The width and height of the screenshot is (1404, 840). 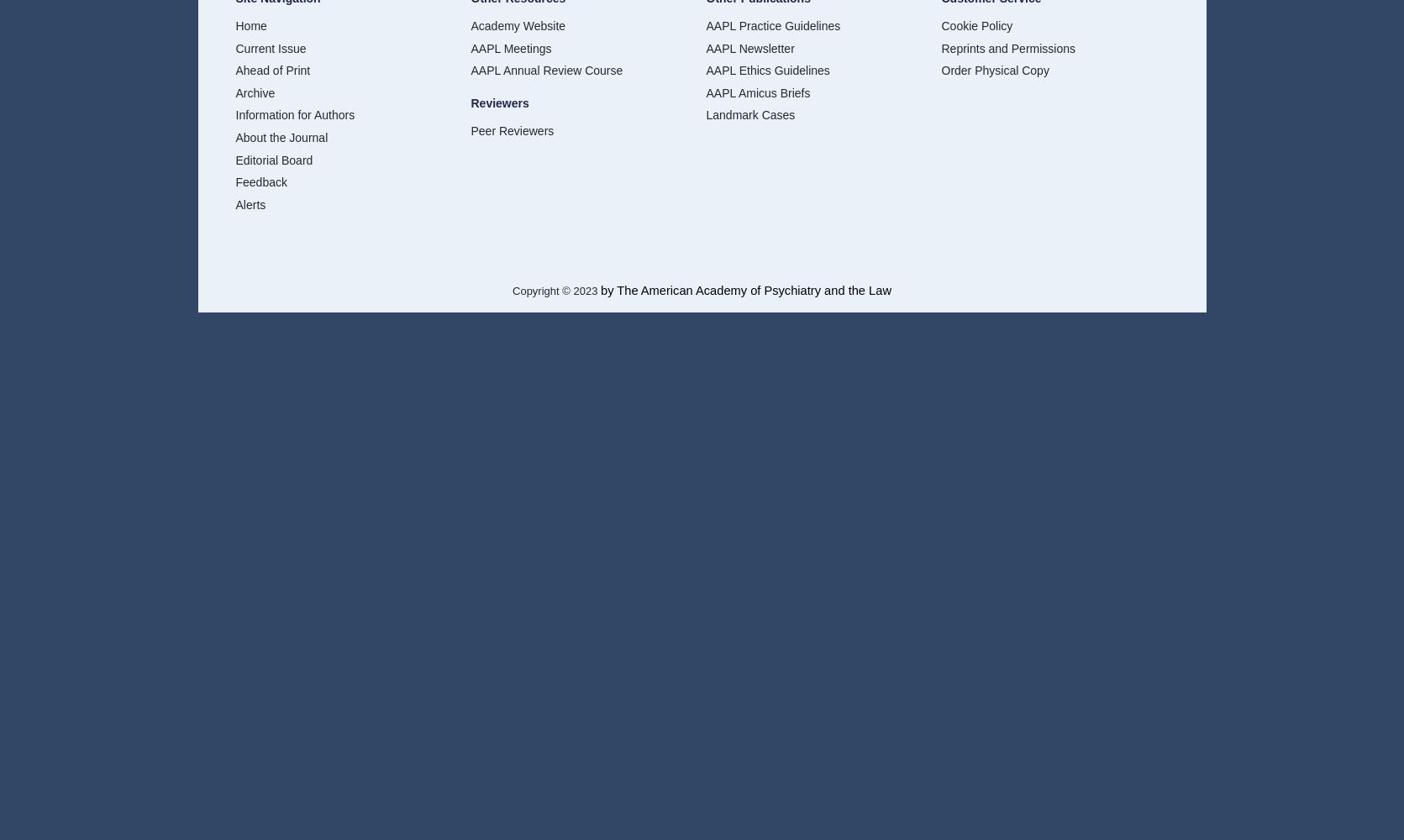 What do you see at coordinates (499, 102) in the screenshot?
I see `'Reviewers'` at bounding box center [499, 102].